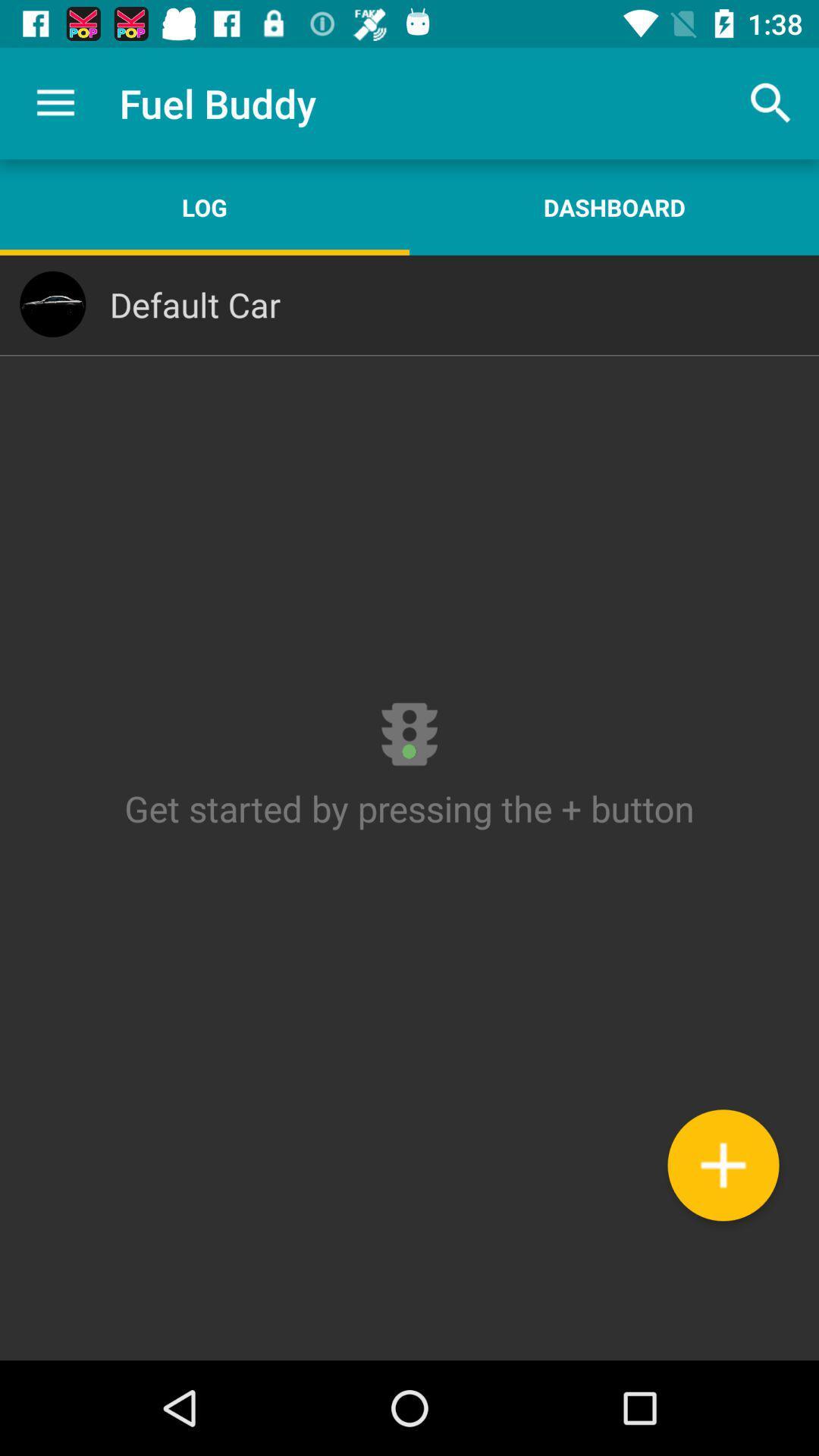  I want to click on the app to the left of dashboard item, so click(205, 206).